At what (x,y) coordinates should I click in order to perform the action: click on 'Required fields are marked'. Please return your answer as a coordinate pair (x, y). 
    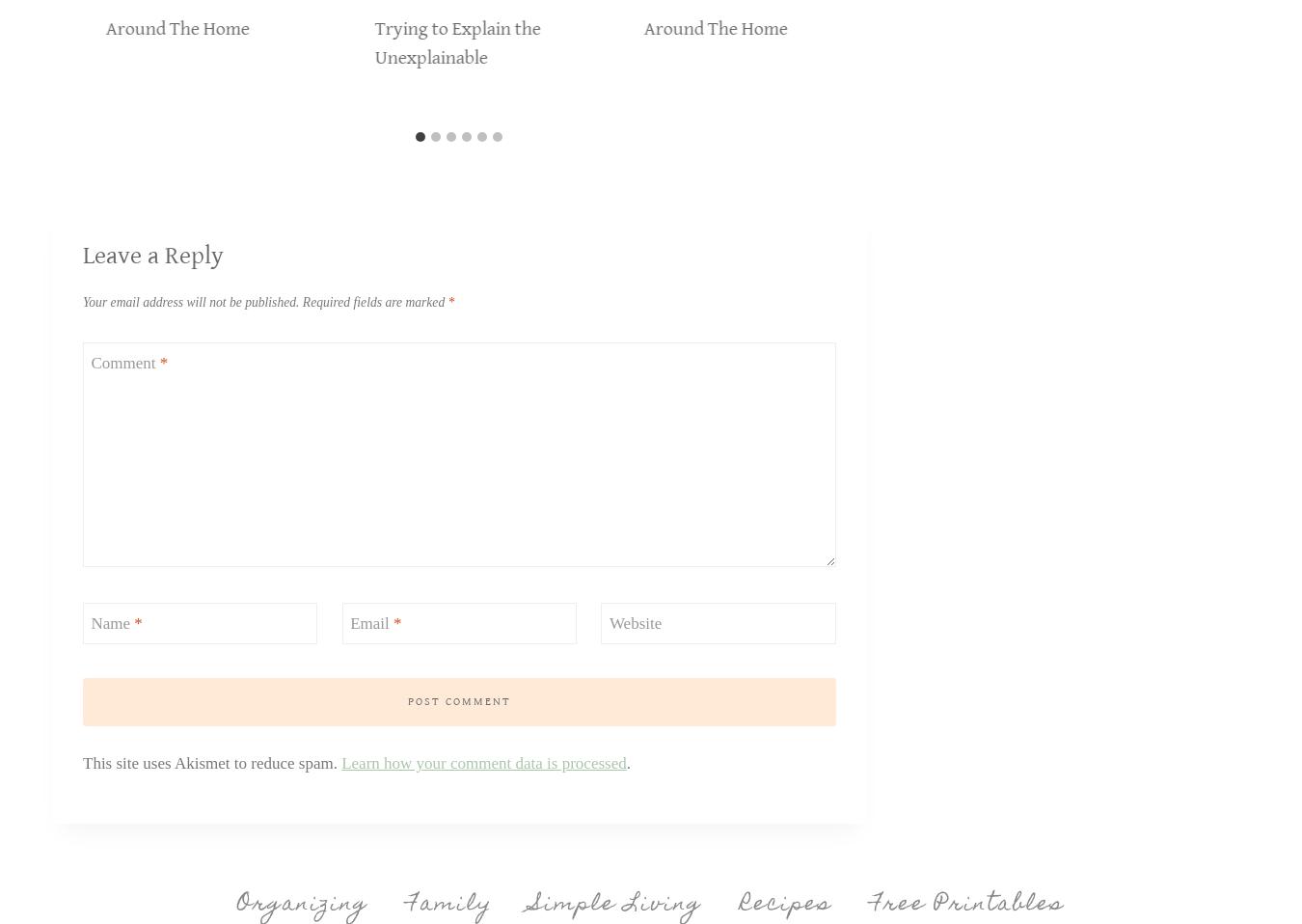
    Looking at the image, I should click on (374, 301).